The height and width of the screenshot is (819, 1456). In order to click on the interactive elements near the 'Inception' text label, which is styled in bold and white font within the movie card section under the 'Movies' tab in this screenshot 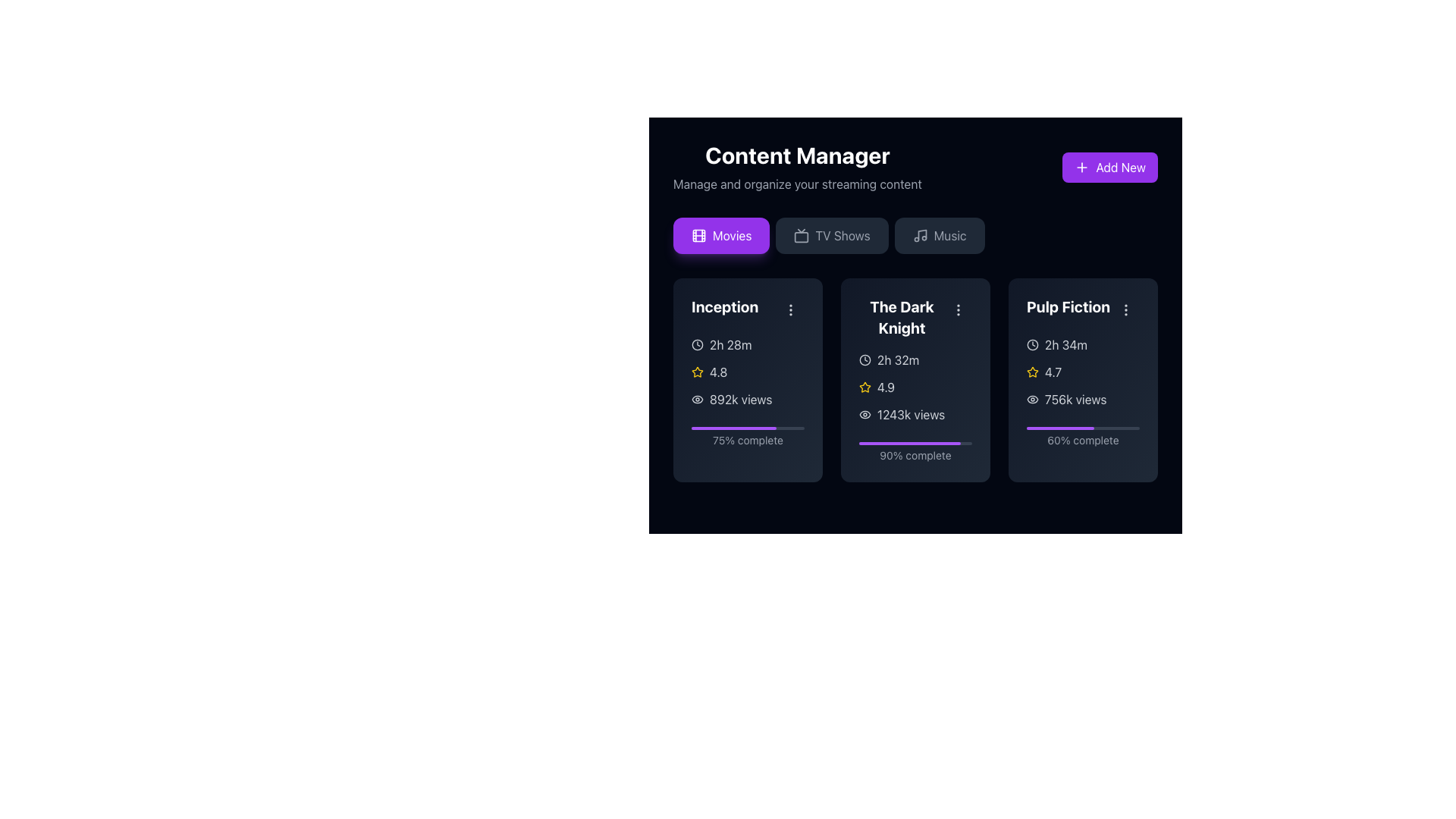, I will do `click(724, 307)`.